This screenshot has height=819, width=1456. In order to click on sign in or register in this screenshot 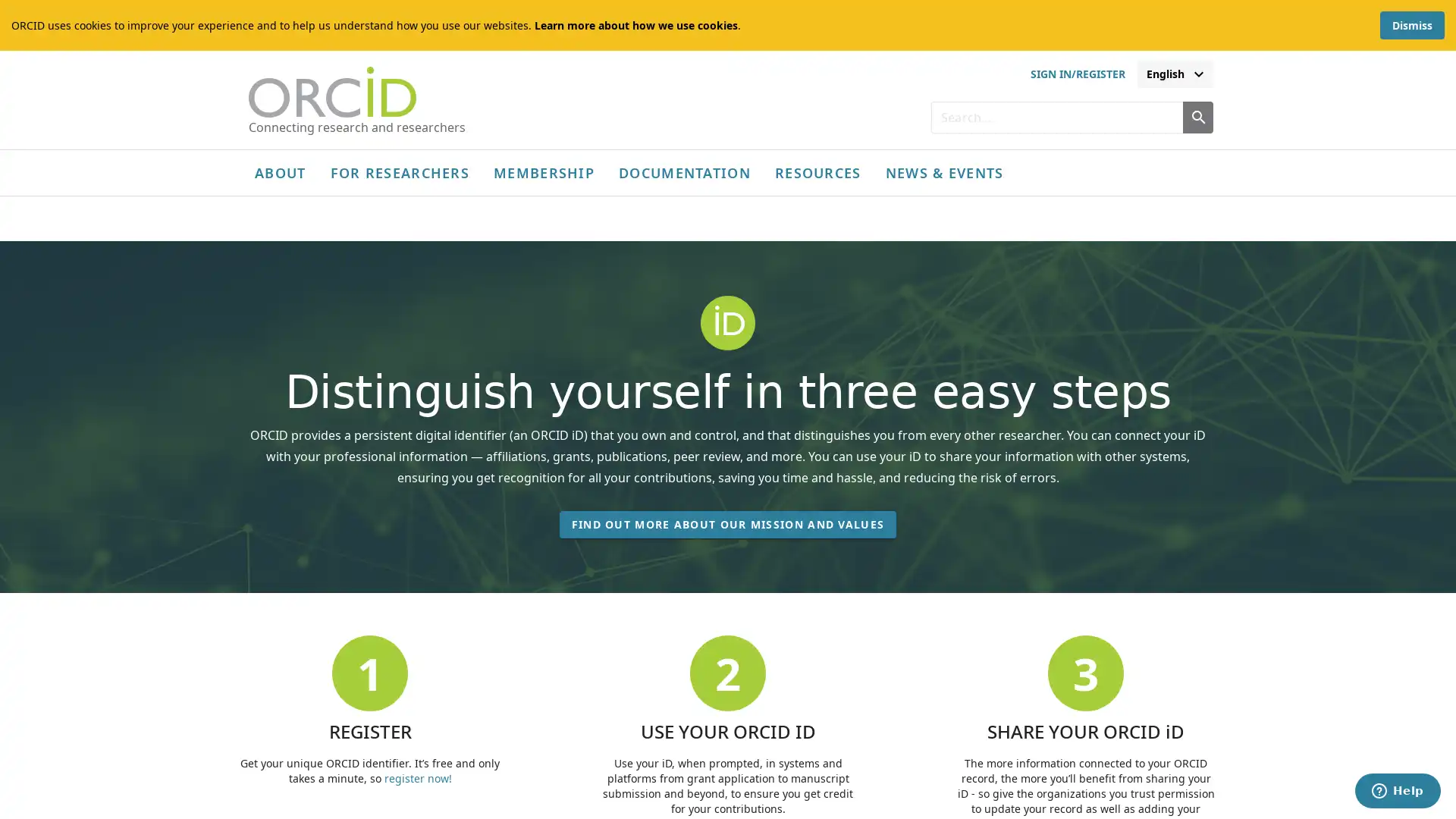, I will do `click(1076, 74)`.